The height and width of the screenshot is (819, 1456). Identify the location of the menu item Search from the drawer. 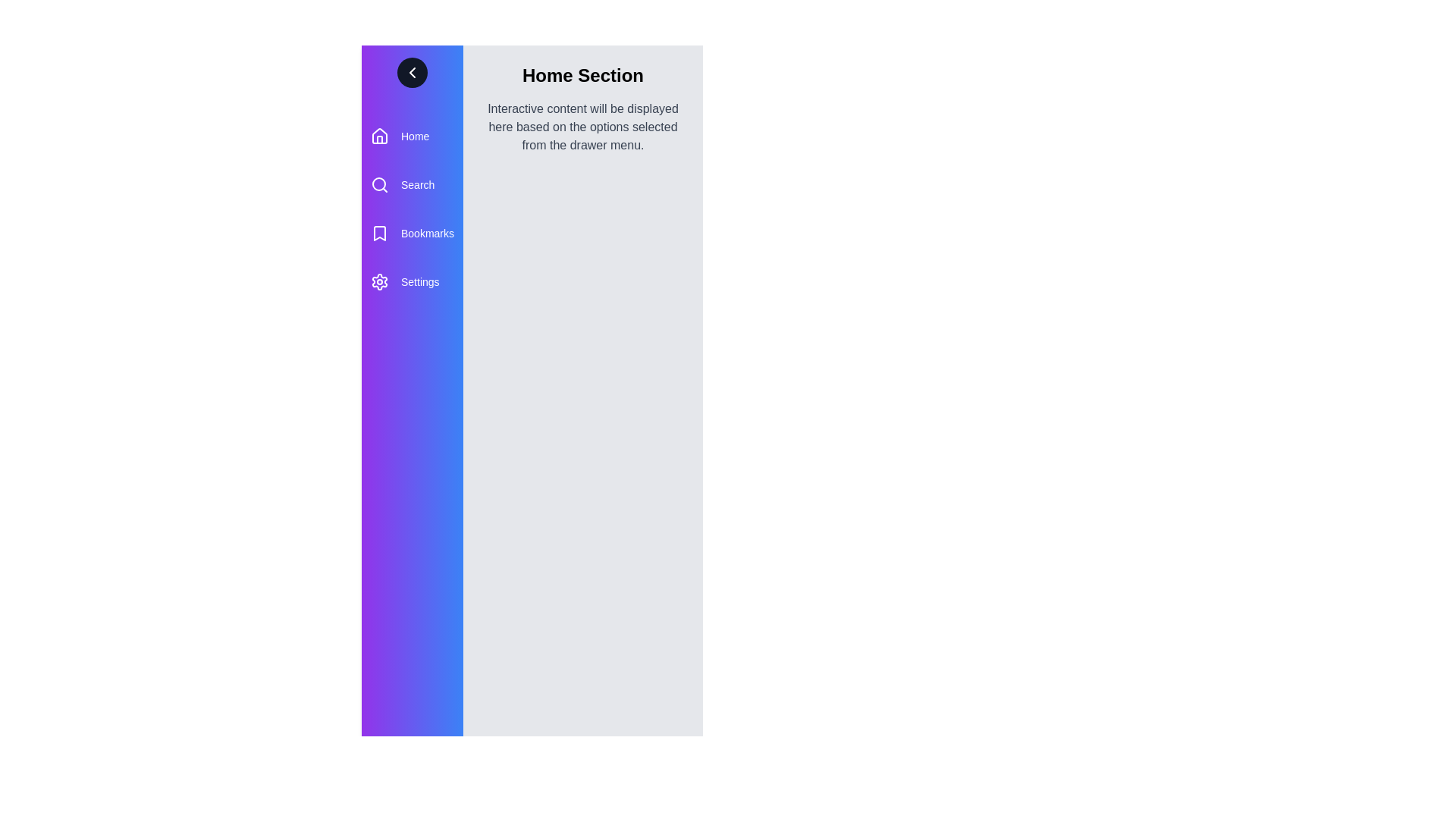
(412, 184).